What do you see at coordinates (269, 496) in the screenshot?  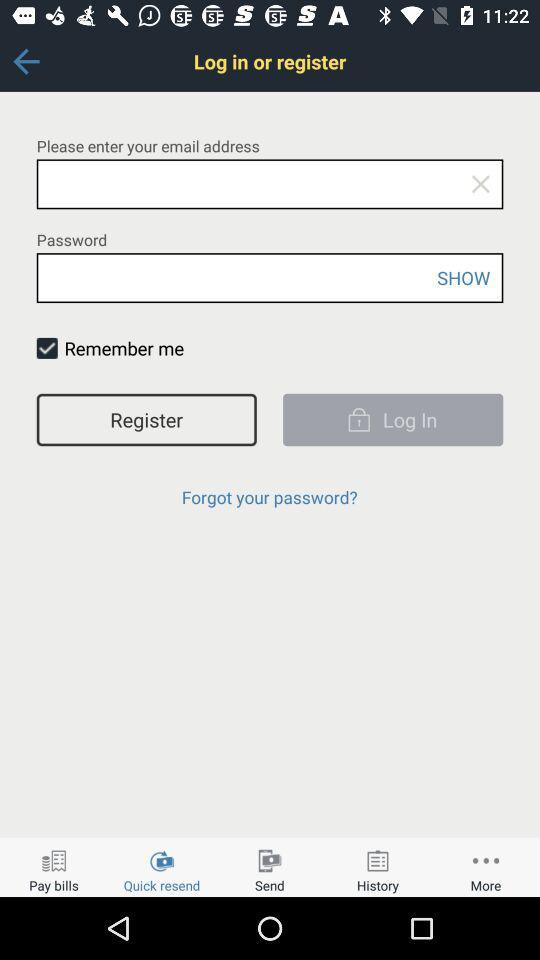 I see `the forgot your password? item` at bounding box center [269, 496].